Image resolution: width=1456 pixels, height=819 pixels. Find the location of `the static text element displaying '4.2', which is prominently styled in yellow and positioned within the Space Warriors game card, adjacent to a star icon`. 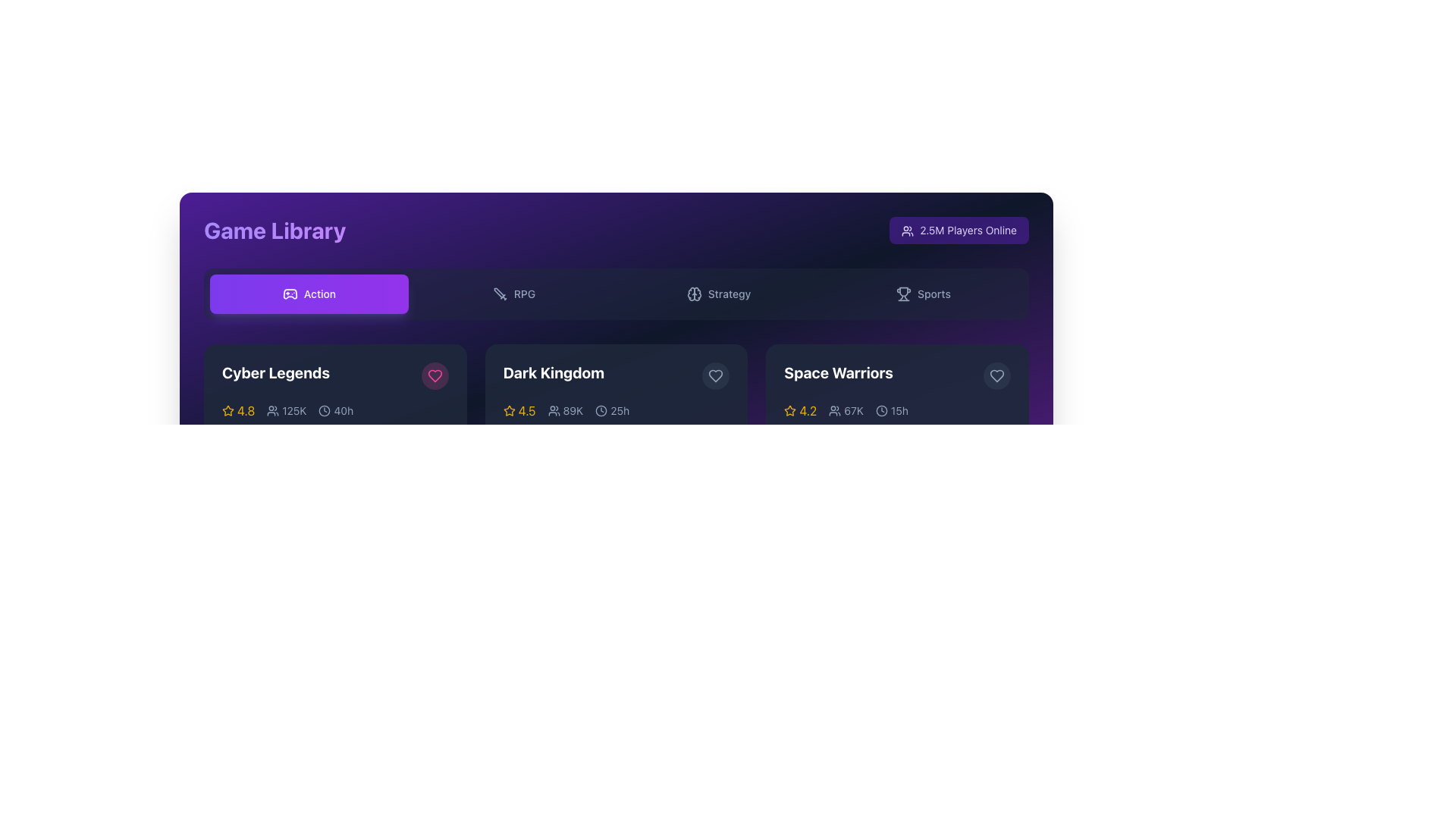

the static text element displaying '4.2', which is prominently styled in yellow and positioned within the Space Warriors game card, adjacent to a star icon is located at coordinates (807, 411).